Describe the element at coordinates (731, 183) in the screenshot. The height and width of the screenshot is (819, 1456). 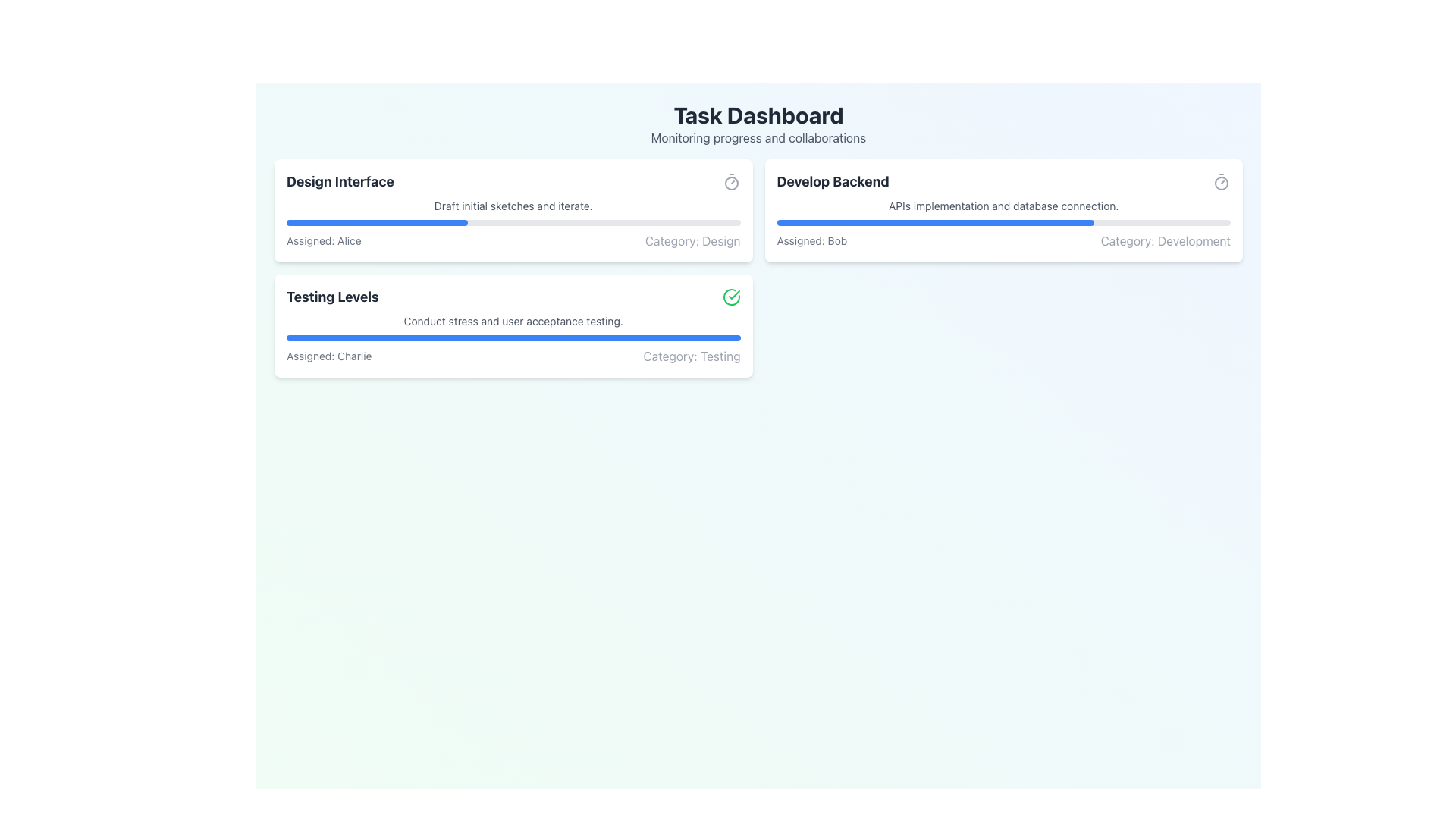
I see `the decorative SVG Circle that represents a part of the timer icon located in the upper-right corner of the 'Develop Backend' card on the dashboard` at that location.